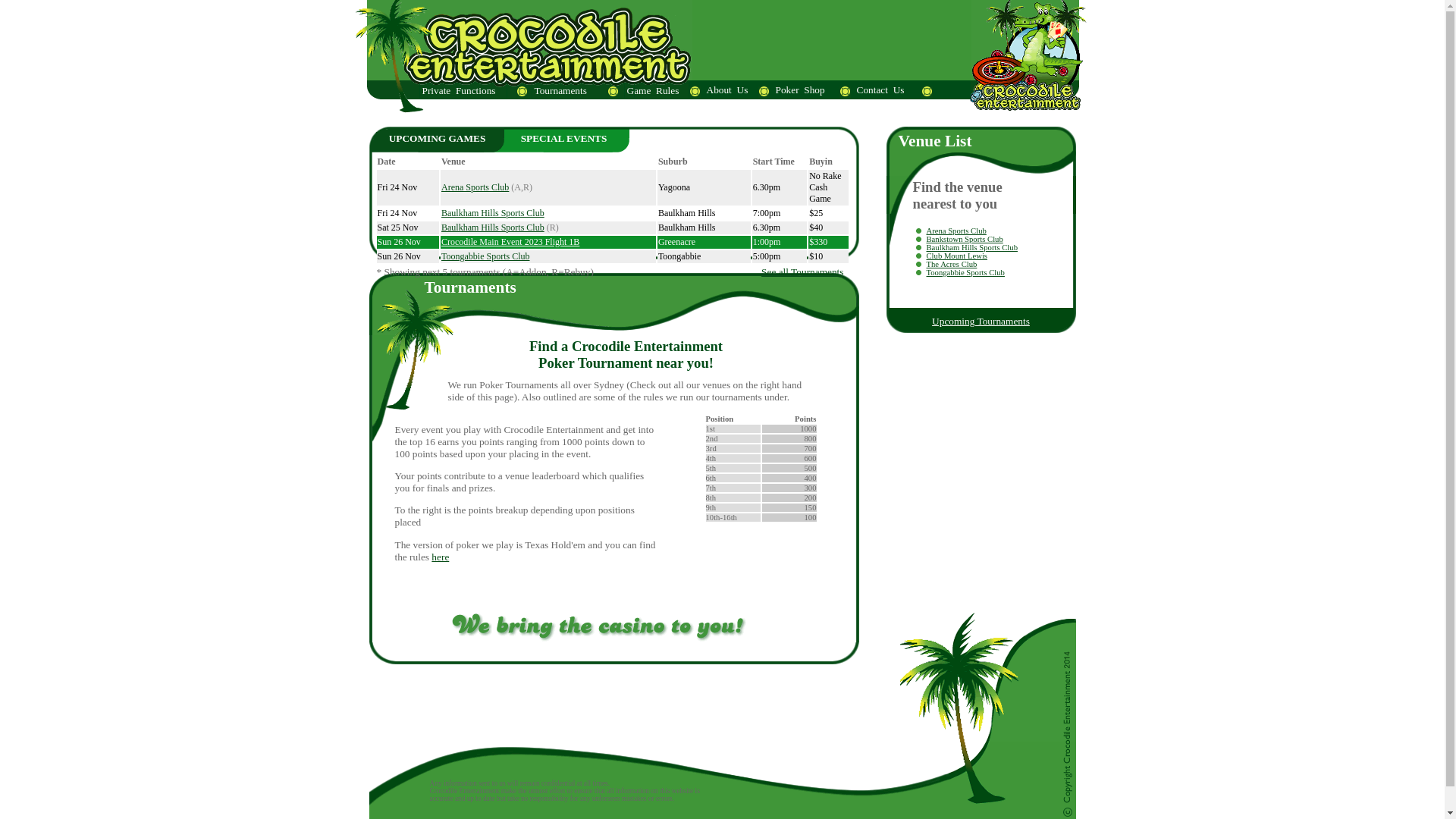 The height and width of the screenshot is (819, 1456). What do you see at coordinates (563, 138) in the screenshot?
I see `'SPECIAL EVENTS'` at bounding box center [563, 138].